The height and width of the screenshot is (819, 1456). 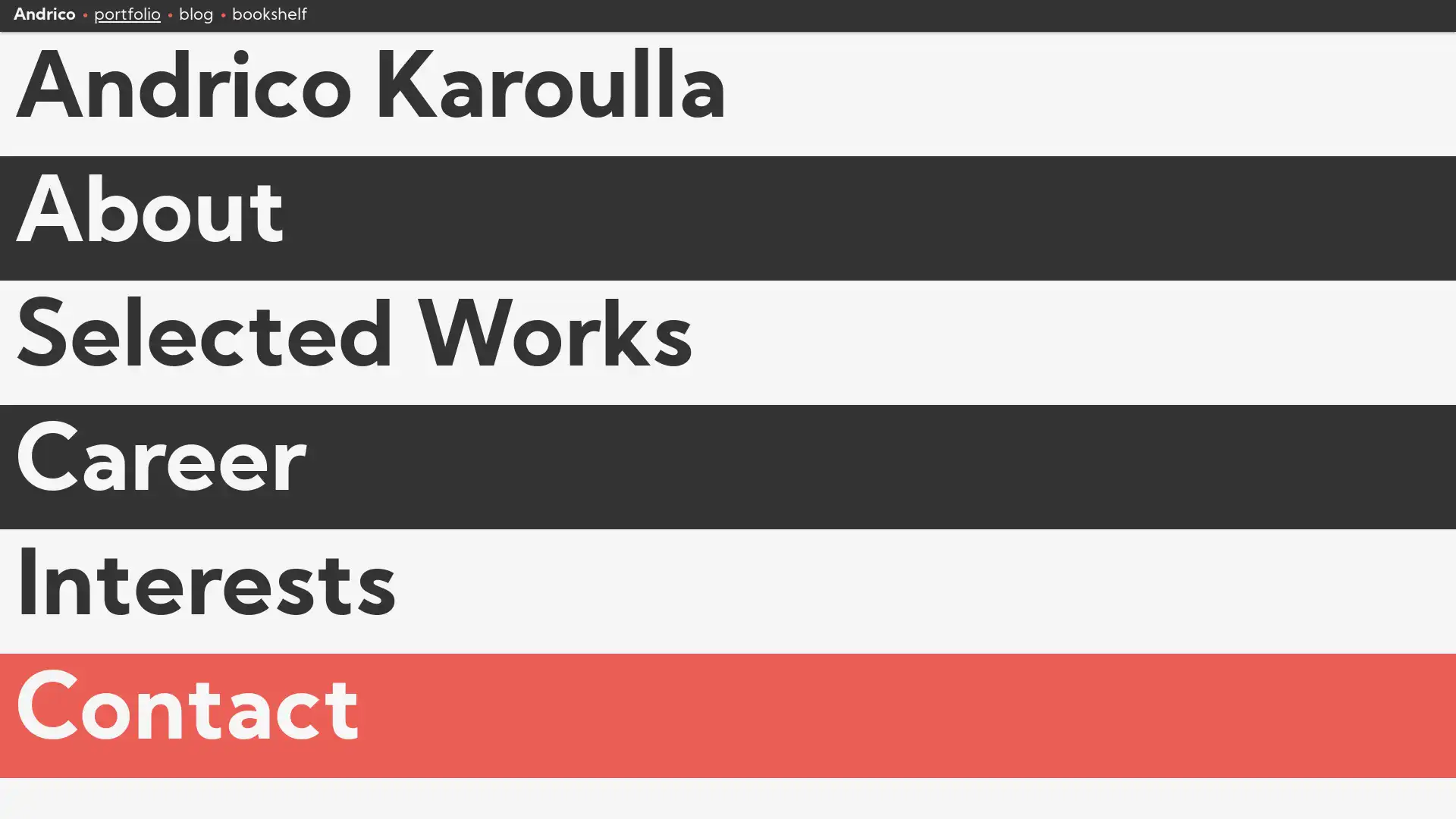 I want to click on Interests, so click(x=679, y=590).